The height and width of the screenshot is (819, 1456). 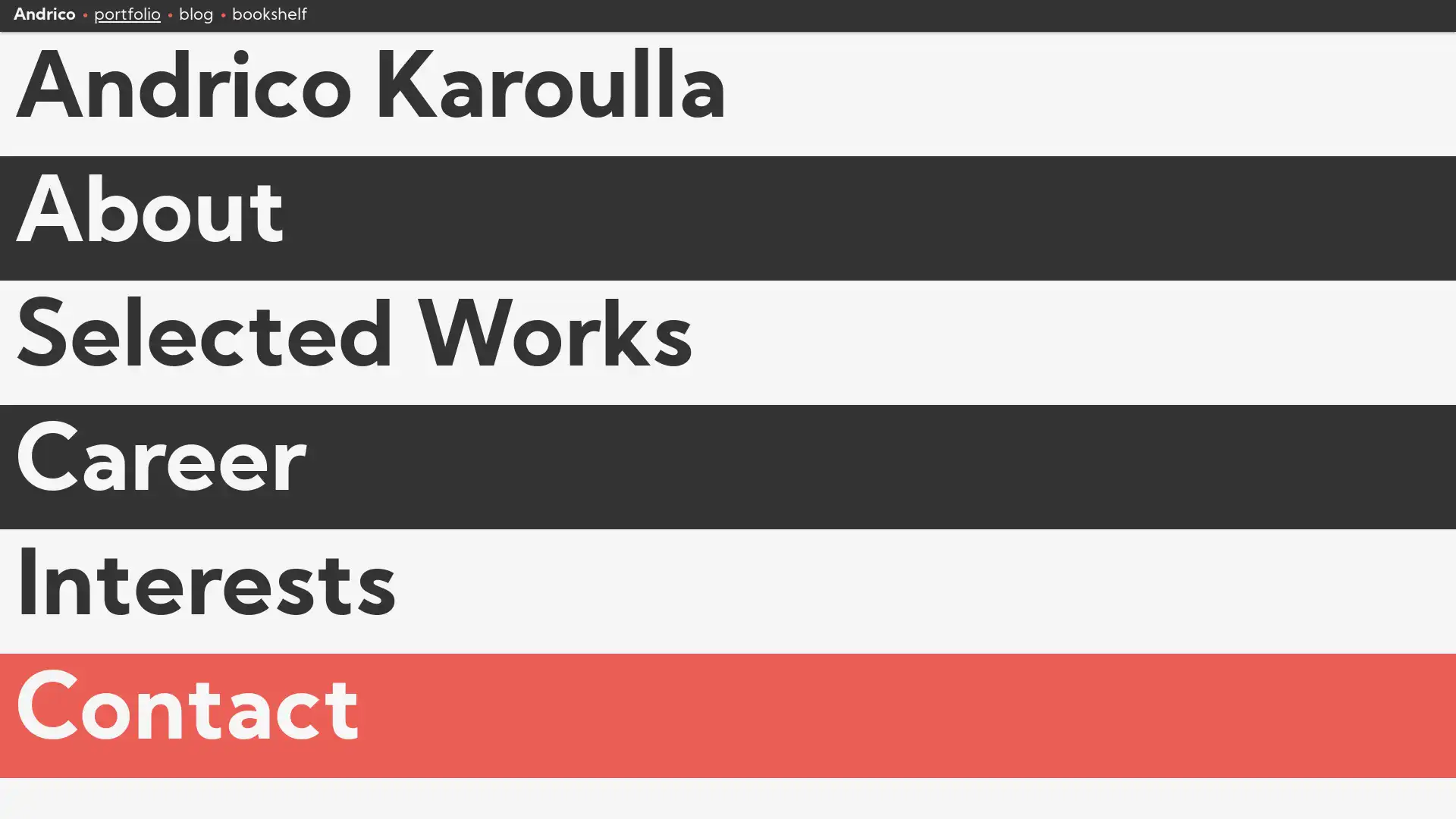 I want to click on Interests, so click(x=679, y=590).